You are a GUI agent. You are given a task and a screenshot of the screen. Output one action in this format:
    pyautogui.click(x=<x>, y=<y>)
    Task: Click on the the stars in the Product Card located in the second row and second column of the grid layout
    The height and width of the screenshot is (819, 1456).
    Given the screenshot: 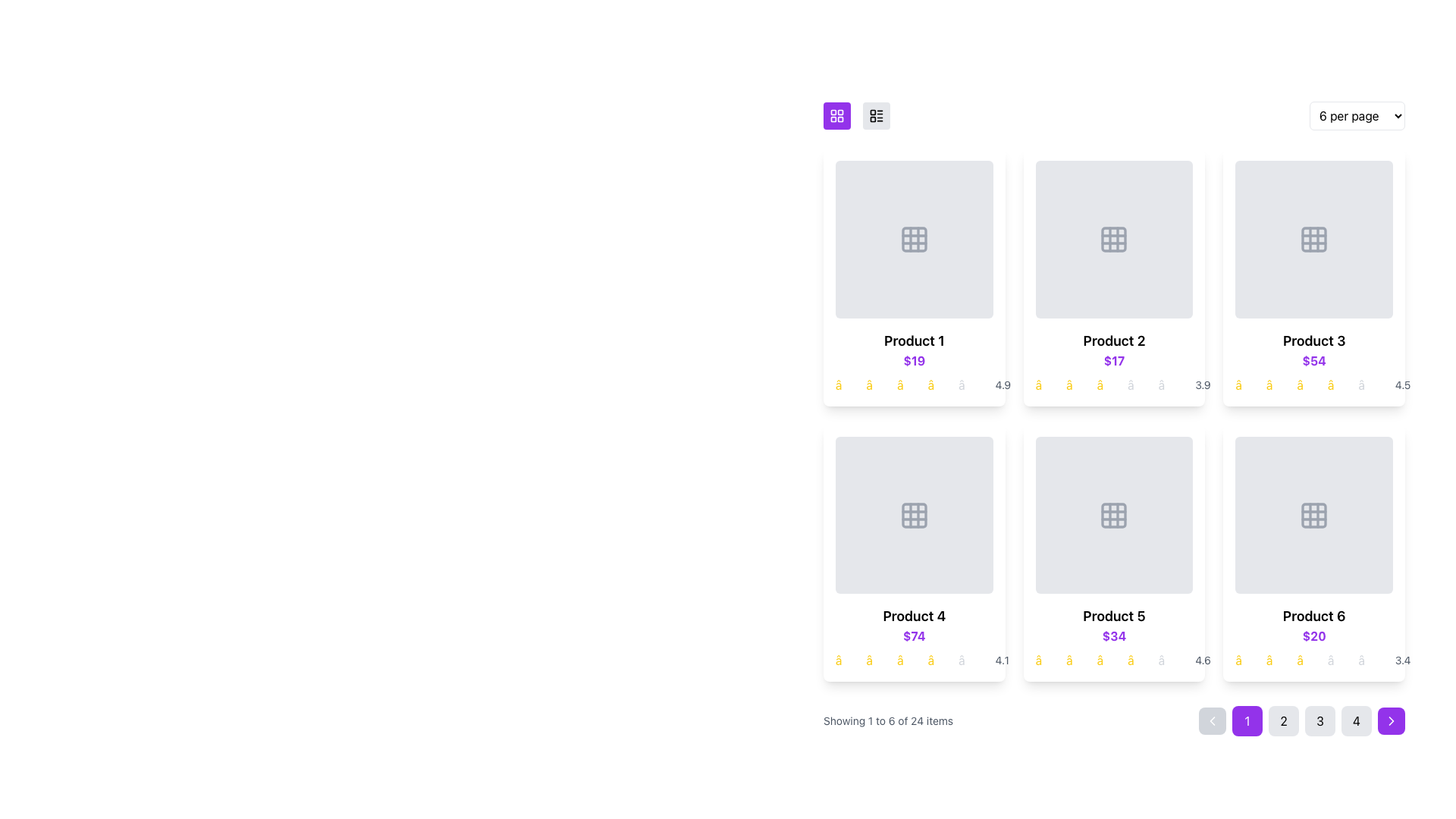 What is the action you would take?
    pyautogui.click(x=1114, y=553)
    